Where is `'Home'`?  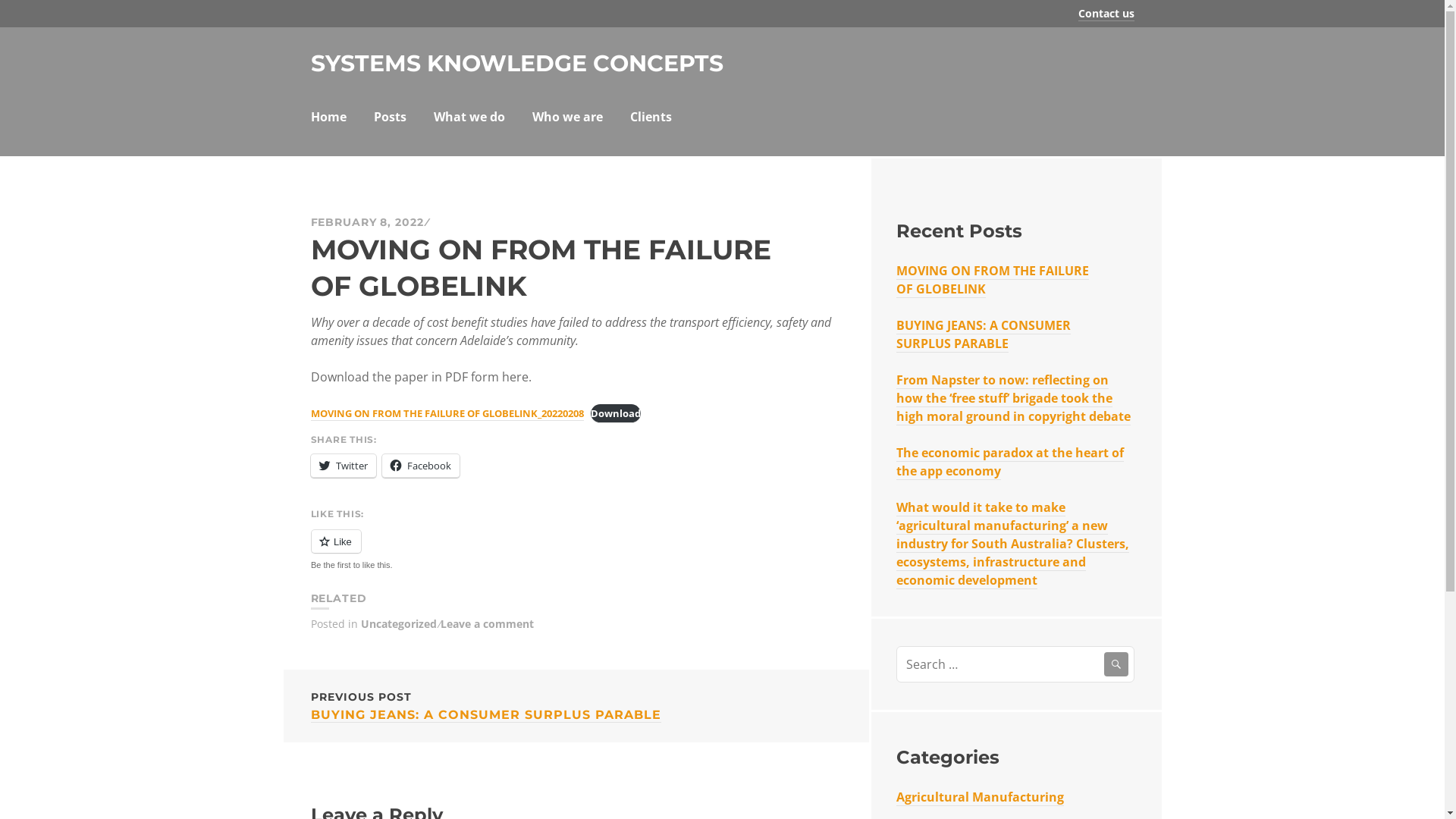 'Home' is located at coordinates (328, 118).